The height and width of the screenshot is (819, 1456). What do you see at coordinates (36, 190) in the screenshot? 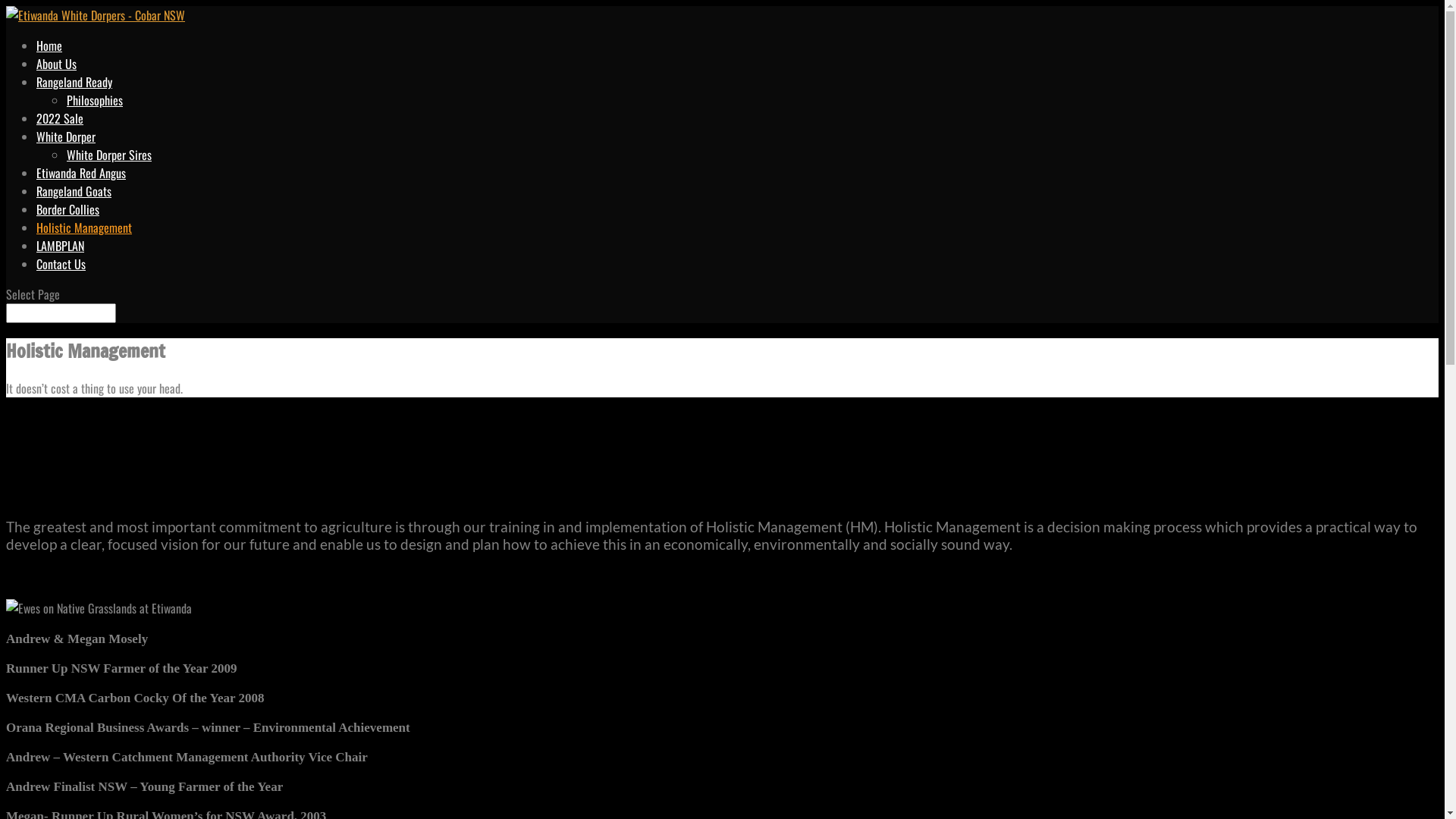
I see `'Rangeland Goats'` at bounding box center [36, 190].